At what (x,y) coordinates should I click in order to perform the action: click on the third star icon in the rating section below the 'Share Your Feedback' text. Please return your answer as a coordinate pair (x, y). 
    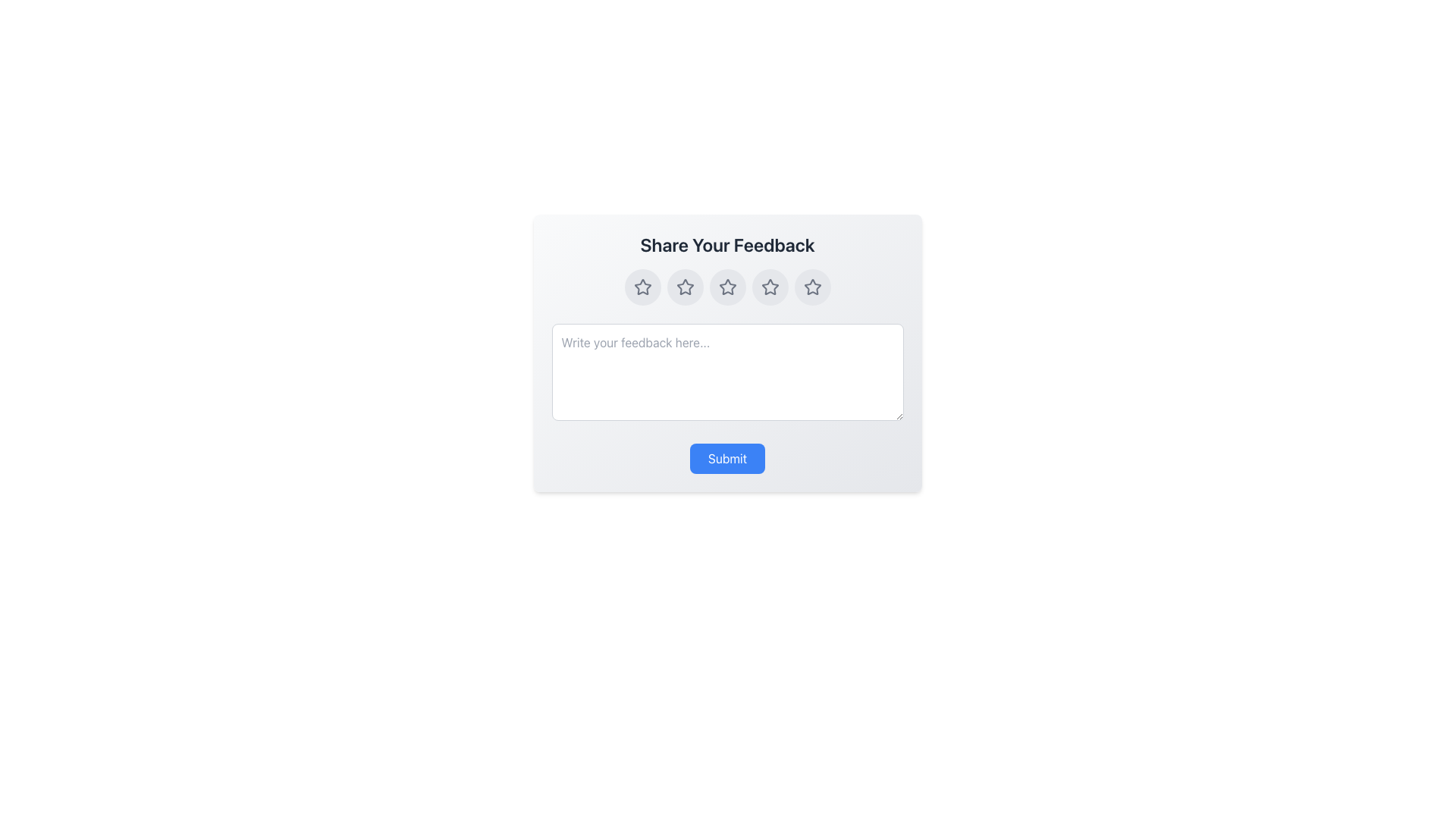
    Looking at the image, I should click on (726, 287).